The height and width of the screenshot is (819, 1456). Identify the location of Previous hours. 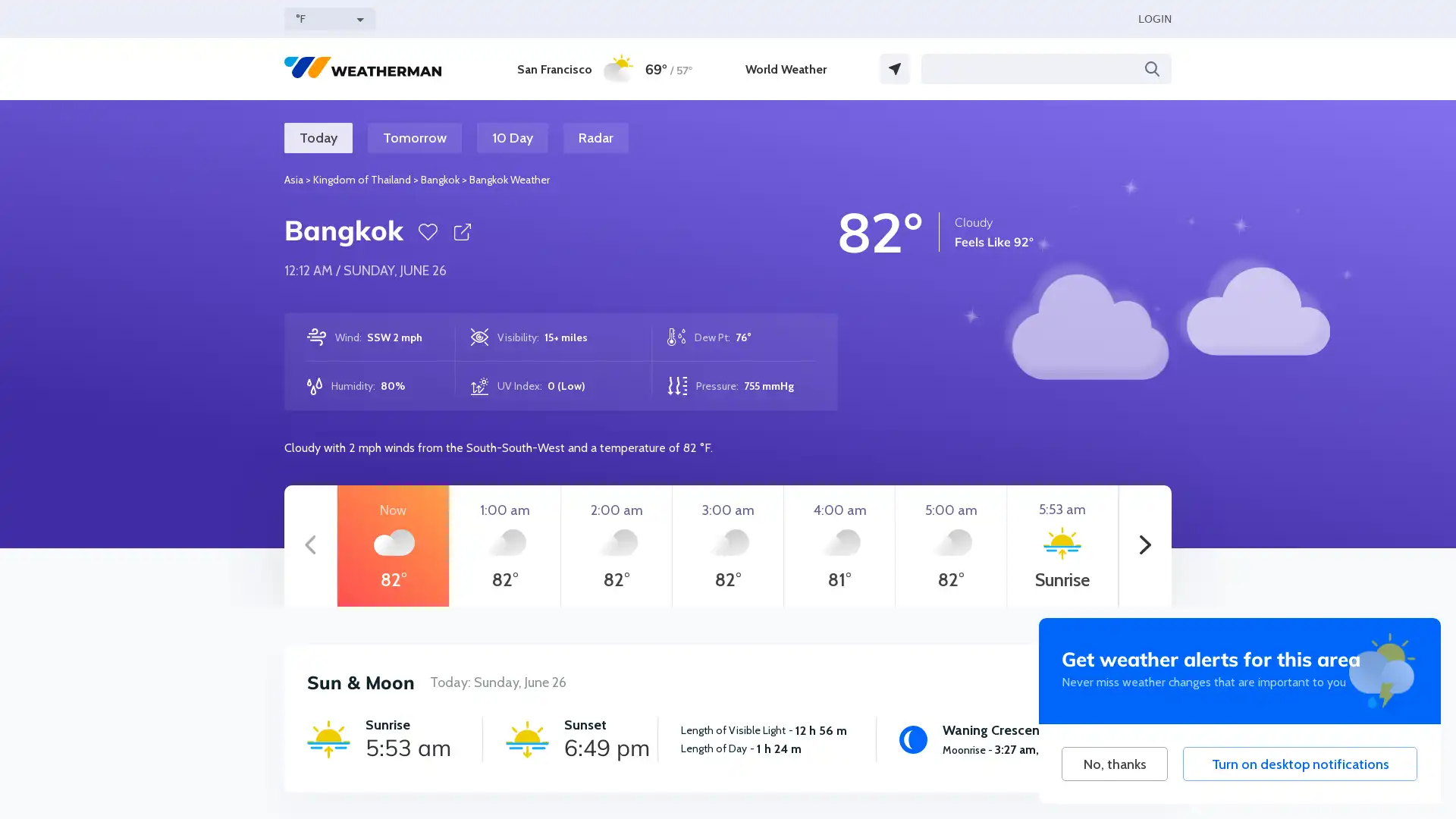
(309, 546).